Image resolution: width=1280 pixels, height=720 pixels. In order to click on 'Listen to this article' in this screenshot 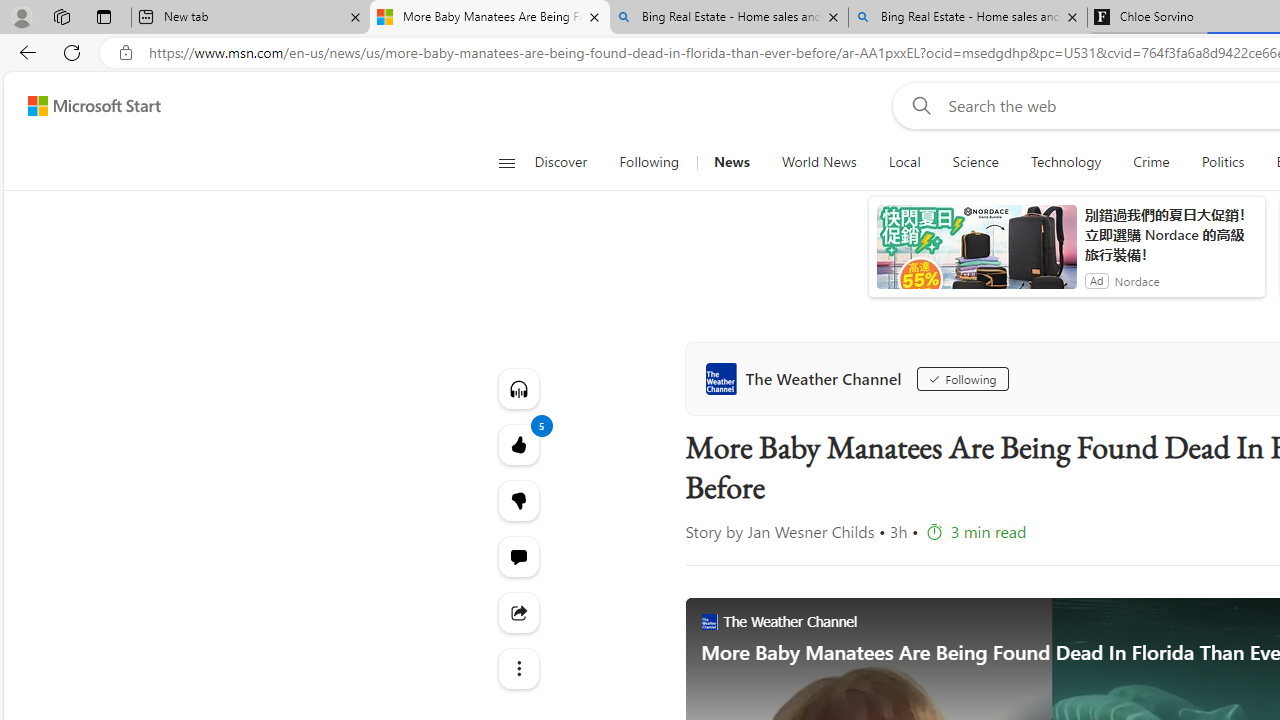, I will do `click(518, 388)`.